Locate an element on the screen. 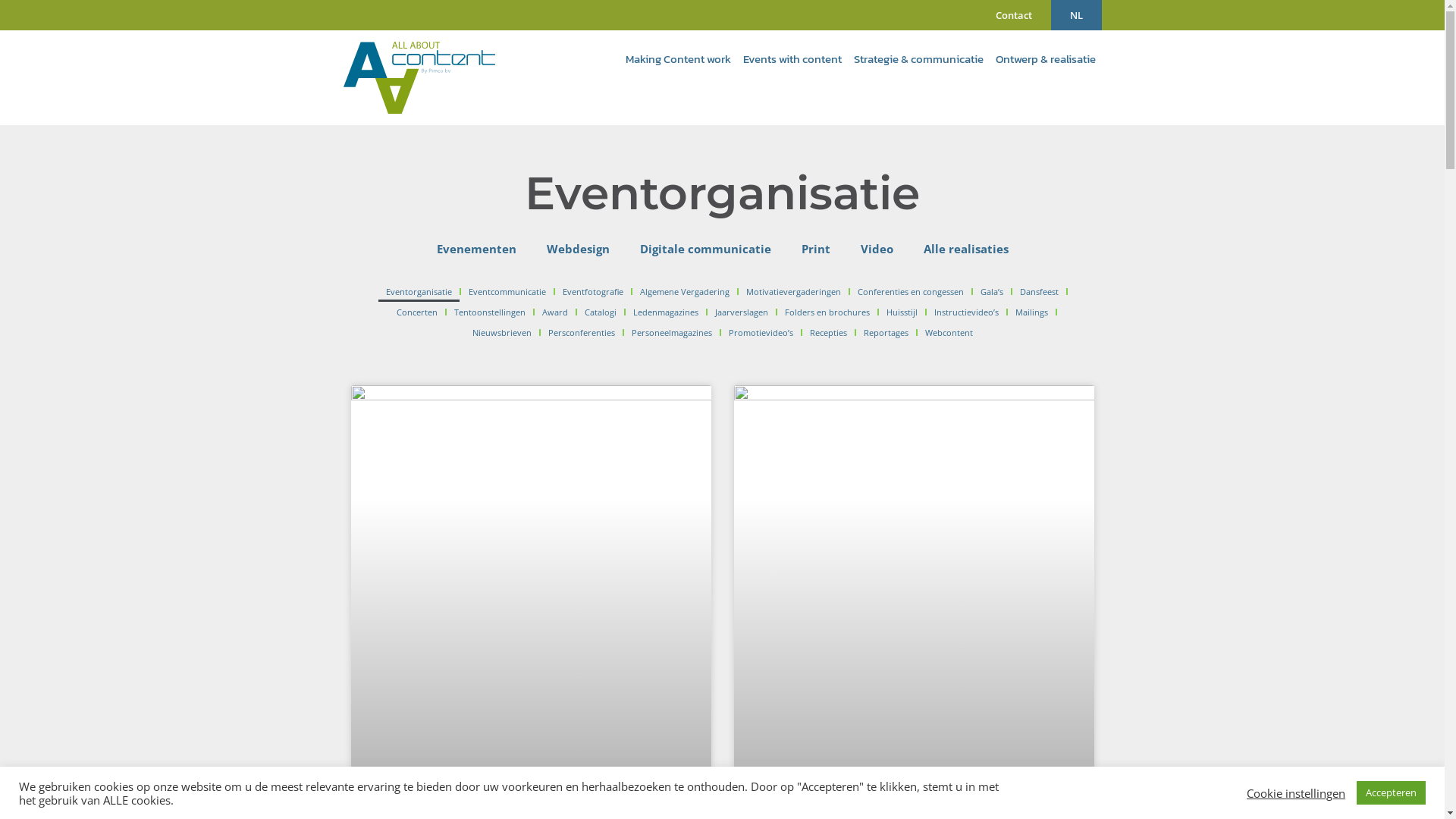 Image resolution: width=1456 pixels, height=819 pixels. 'NL' is located at coordinates (1050, 14).